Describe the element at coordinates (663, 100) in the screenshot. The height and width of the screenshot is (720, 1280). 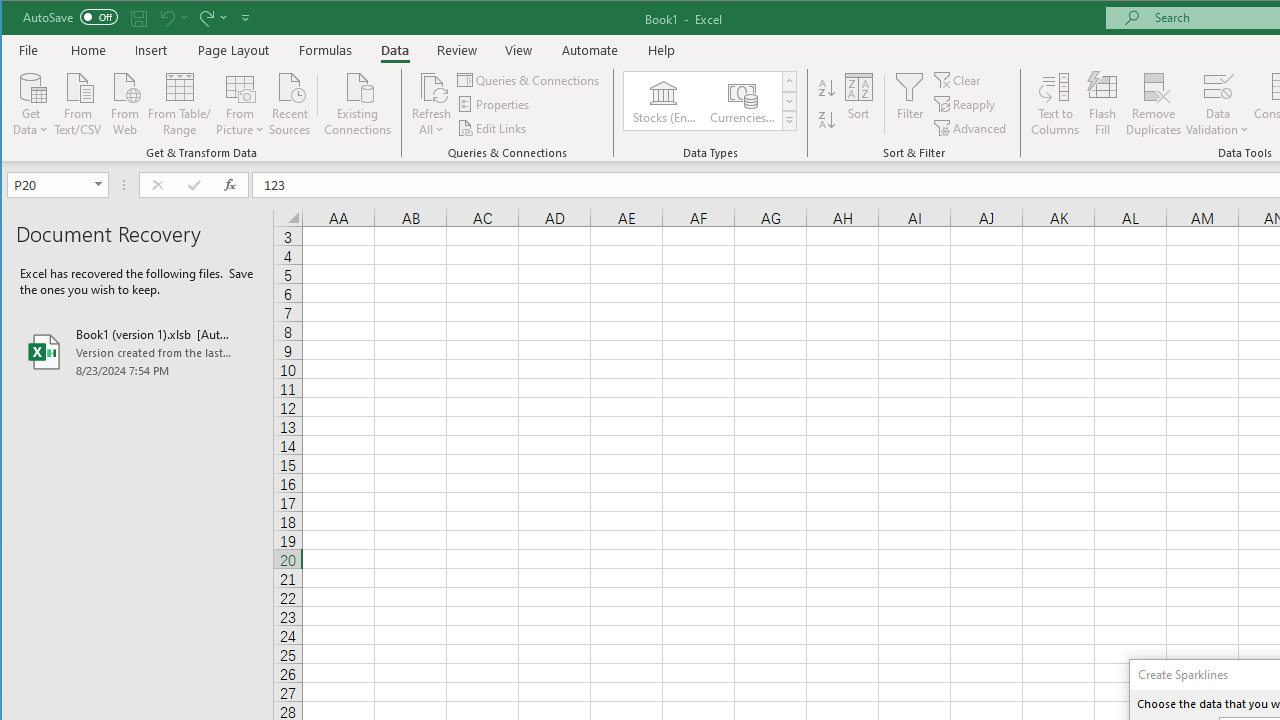
I see `'Stocks (English)'` at that location.